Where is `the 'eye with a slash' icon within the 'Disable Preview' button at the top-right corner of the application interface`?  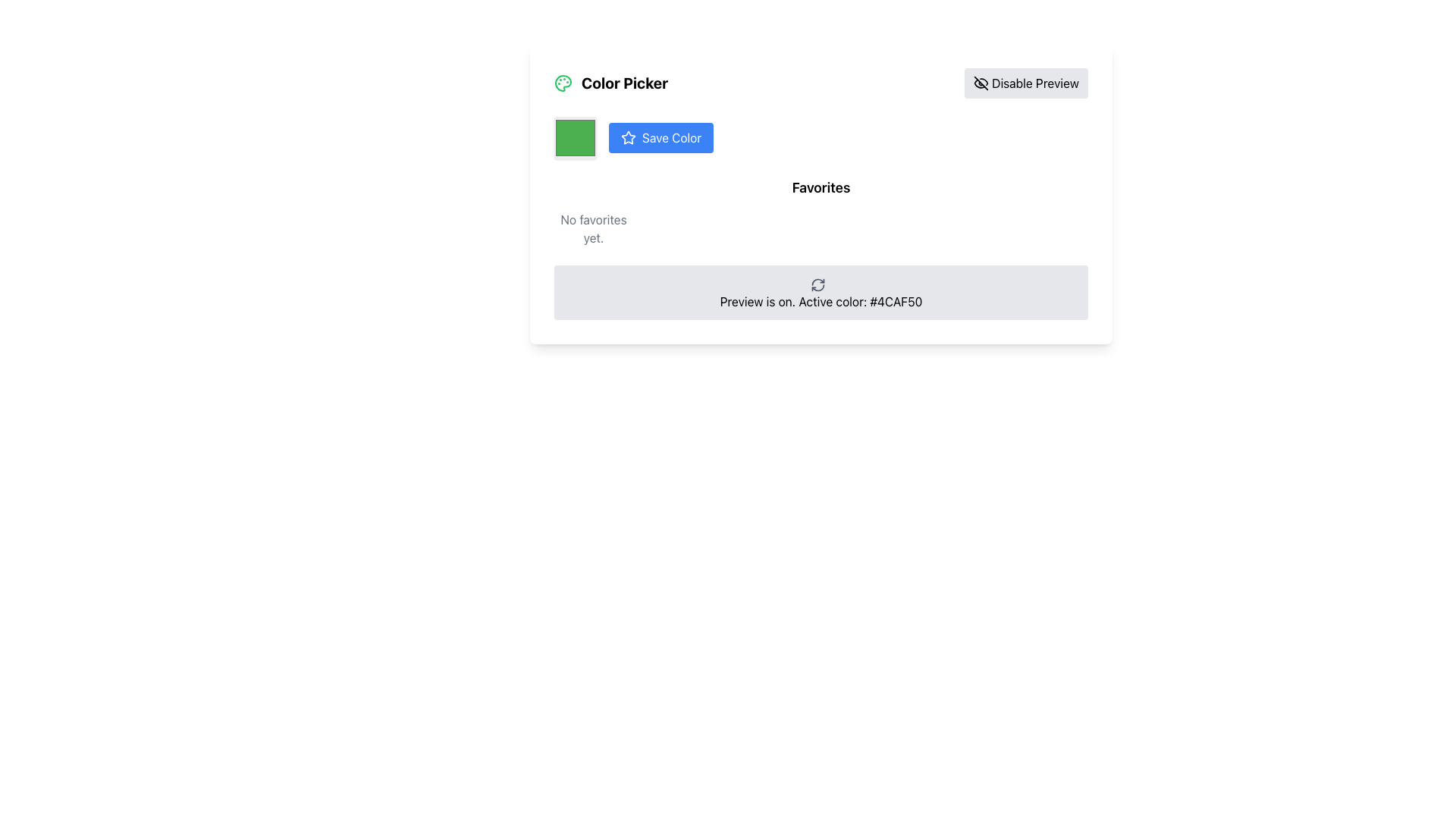 the 'eye with a slash' icon within the 'Disable Preview' button at the top-right corner of the application interface is located at coordinates (981, 83).